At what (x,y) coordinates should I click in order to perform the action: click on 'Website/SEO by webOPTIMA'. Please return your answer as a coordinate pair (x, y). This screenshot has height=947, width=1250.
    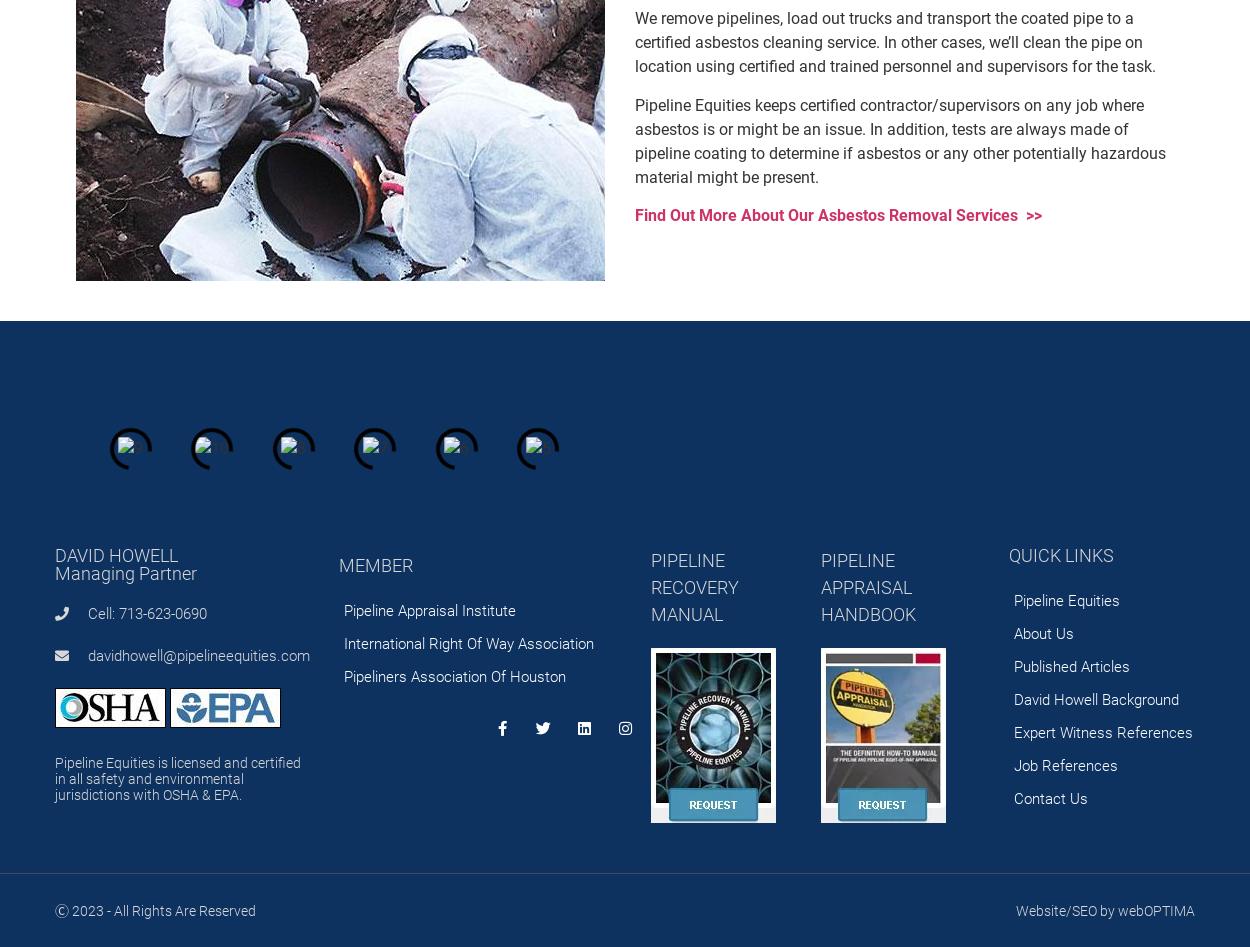
    Looking at the image, I should click on (1104, 908).